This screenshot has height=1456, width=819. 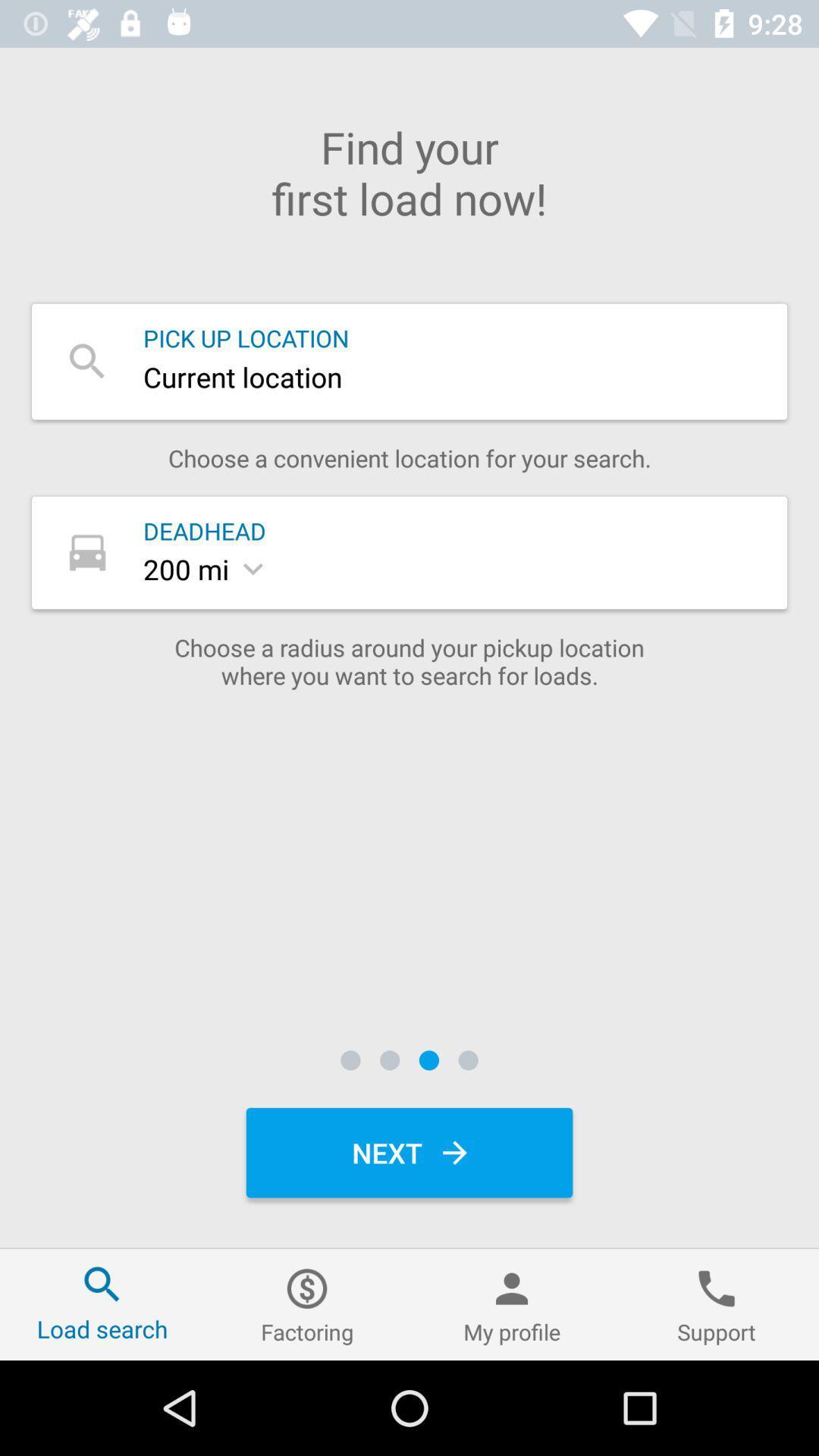 I want to click on the icon at the bottom left corner, so click(x=102, y=1304).